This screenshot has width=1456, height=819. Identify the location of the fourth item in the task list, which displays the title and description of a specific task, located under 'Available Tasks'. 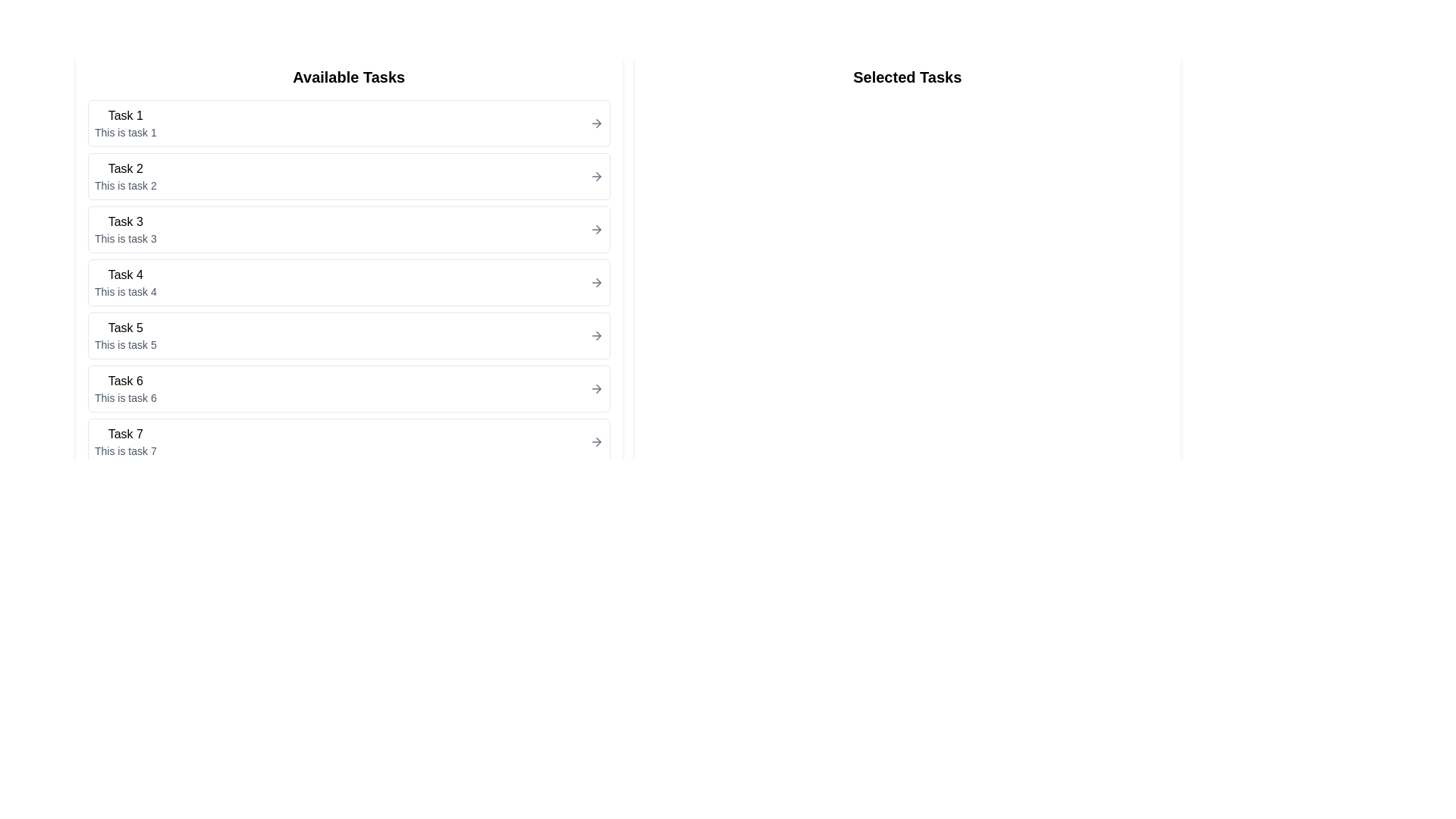
(125, 283).